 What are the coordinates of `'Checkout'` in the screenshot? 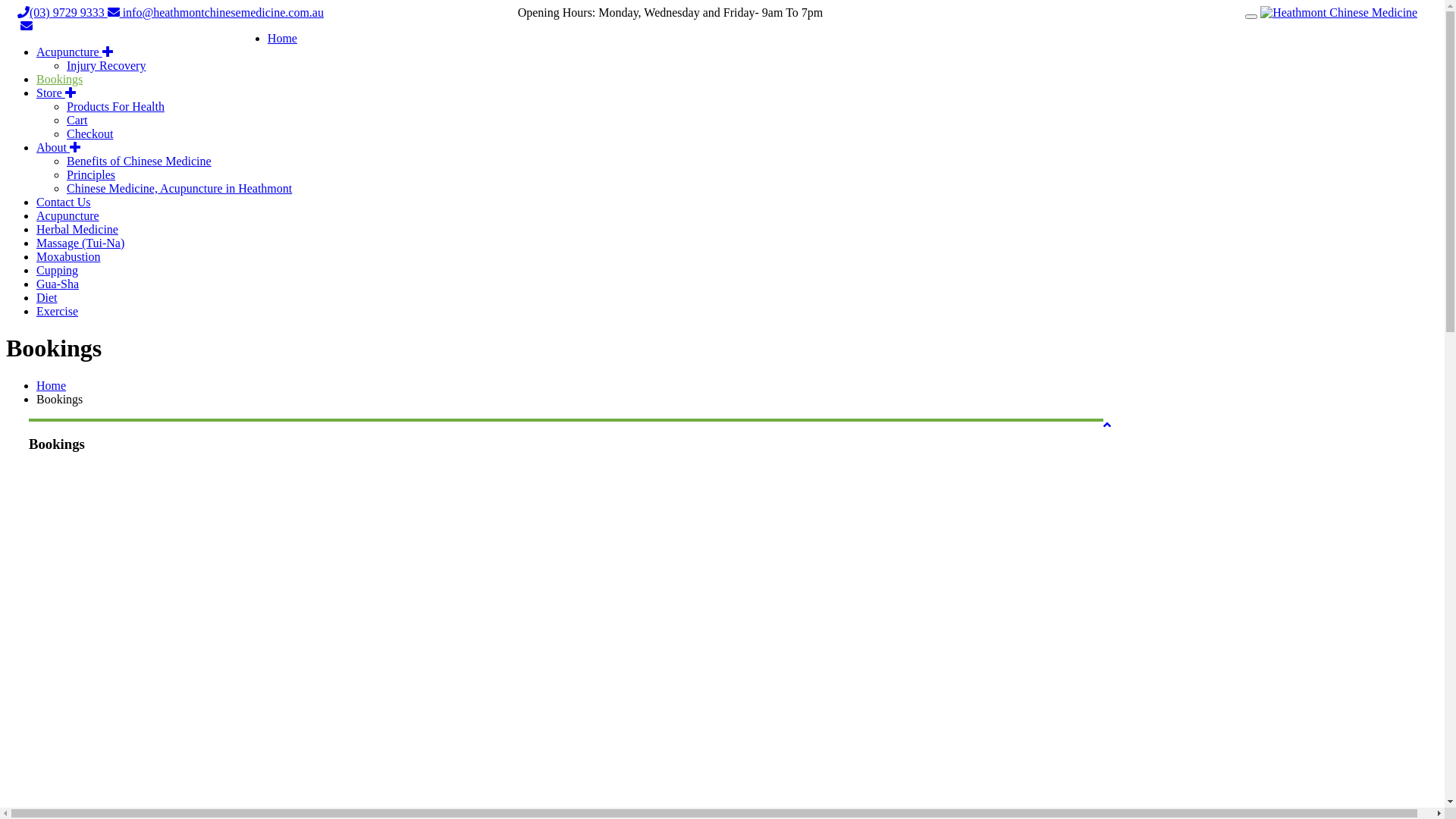 It's located at (89, 133).